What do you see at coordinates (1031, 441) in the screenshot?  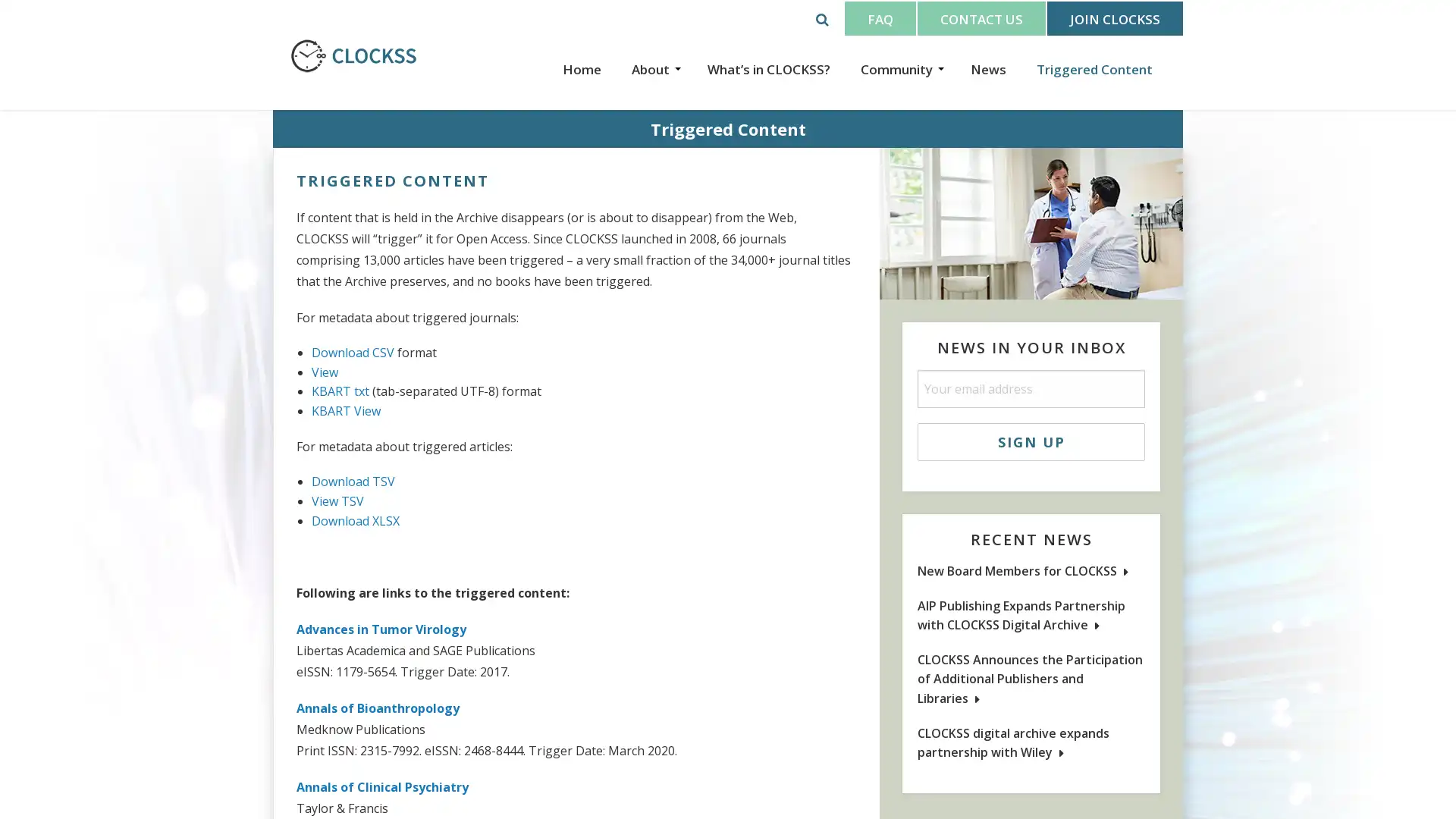 I see `Sign up` at bounding box center [1031, 441].